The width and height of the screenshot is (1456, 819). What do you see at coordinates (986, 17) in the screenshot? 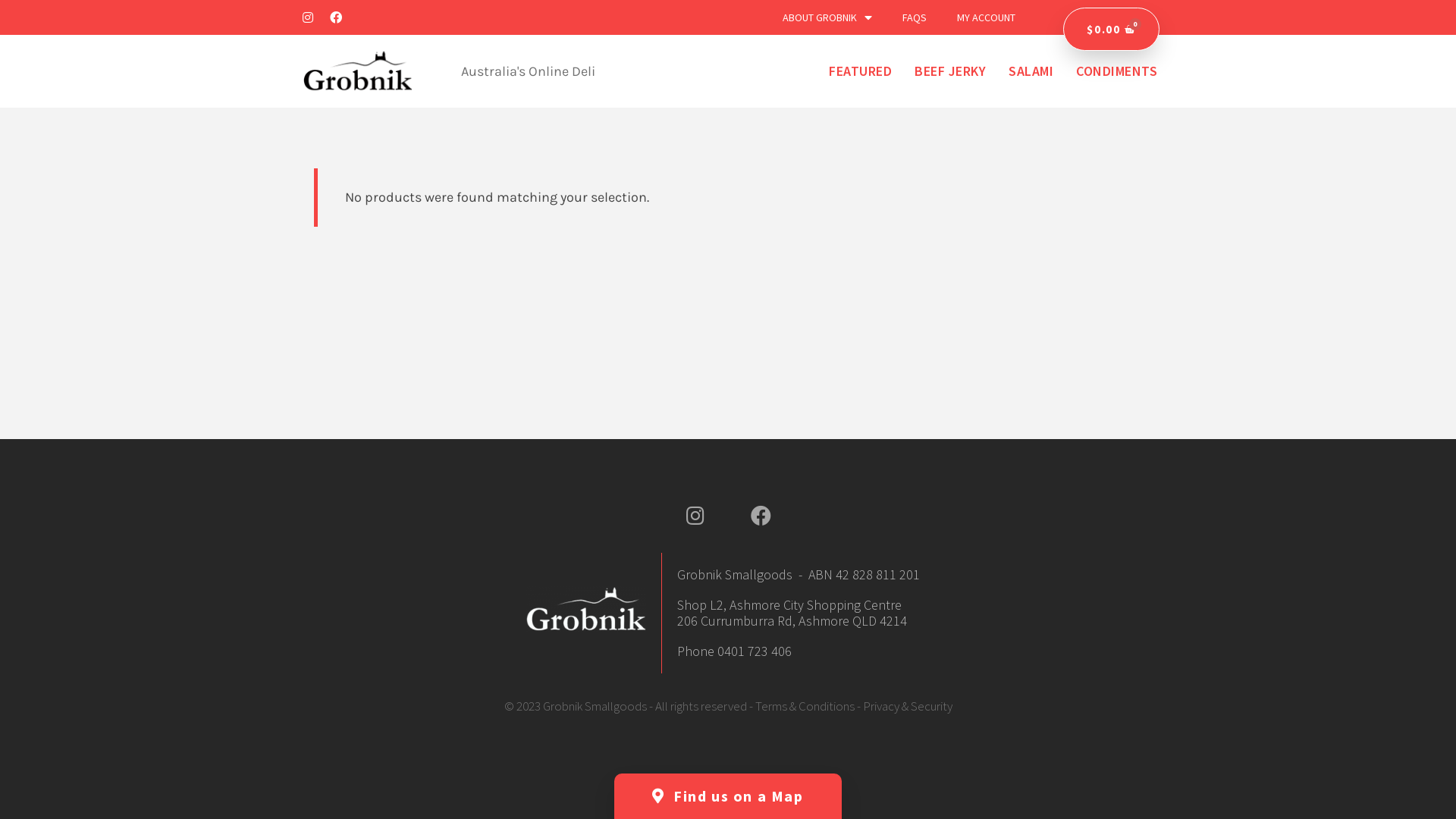
I see `'MY ACCOUNT'` at bounding box center [986, 17].